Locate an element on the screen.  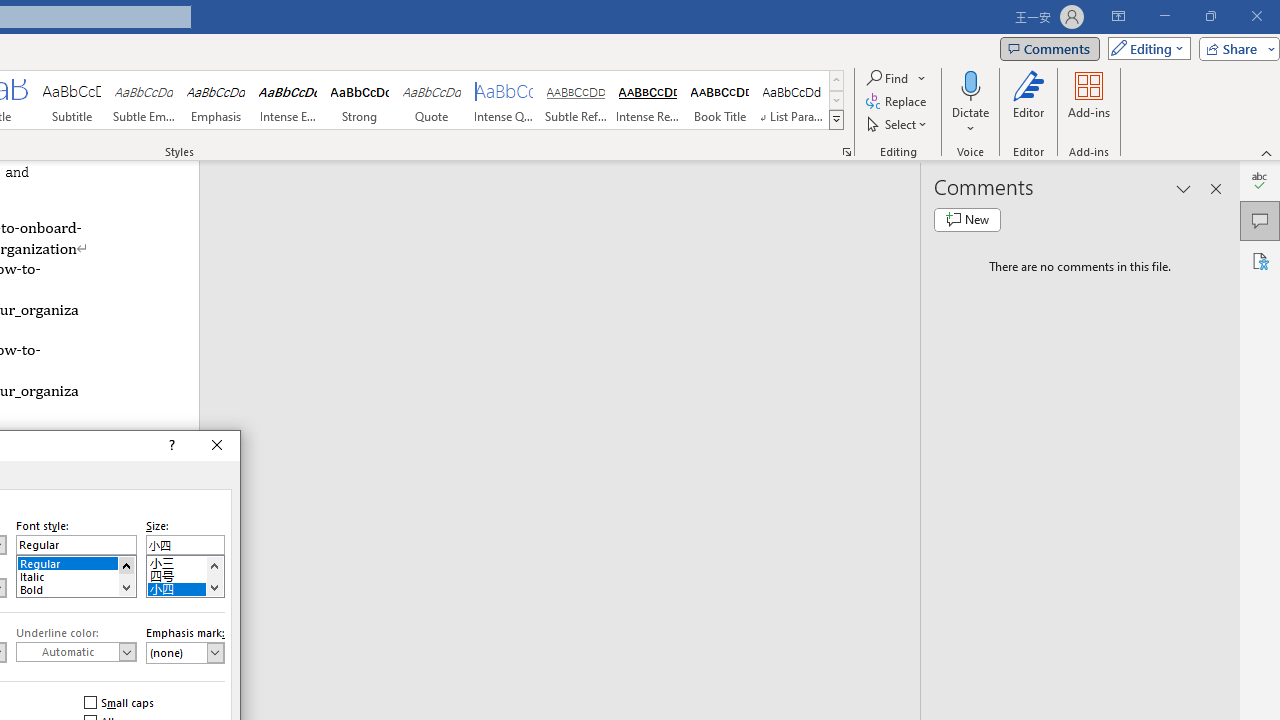
'RichEdit Control' is located at coordinates (185, 545).